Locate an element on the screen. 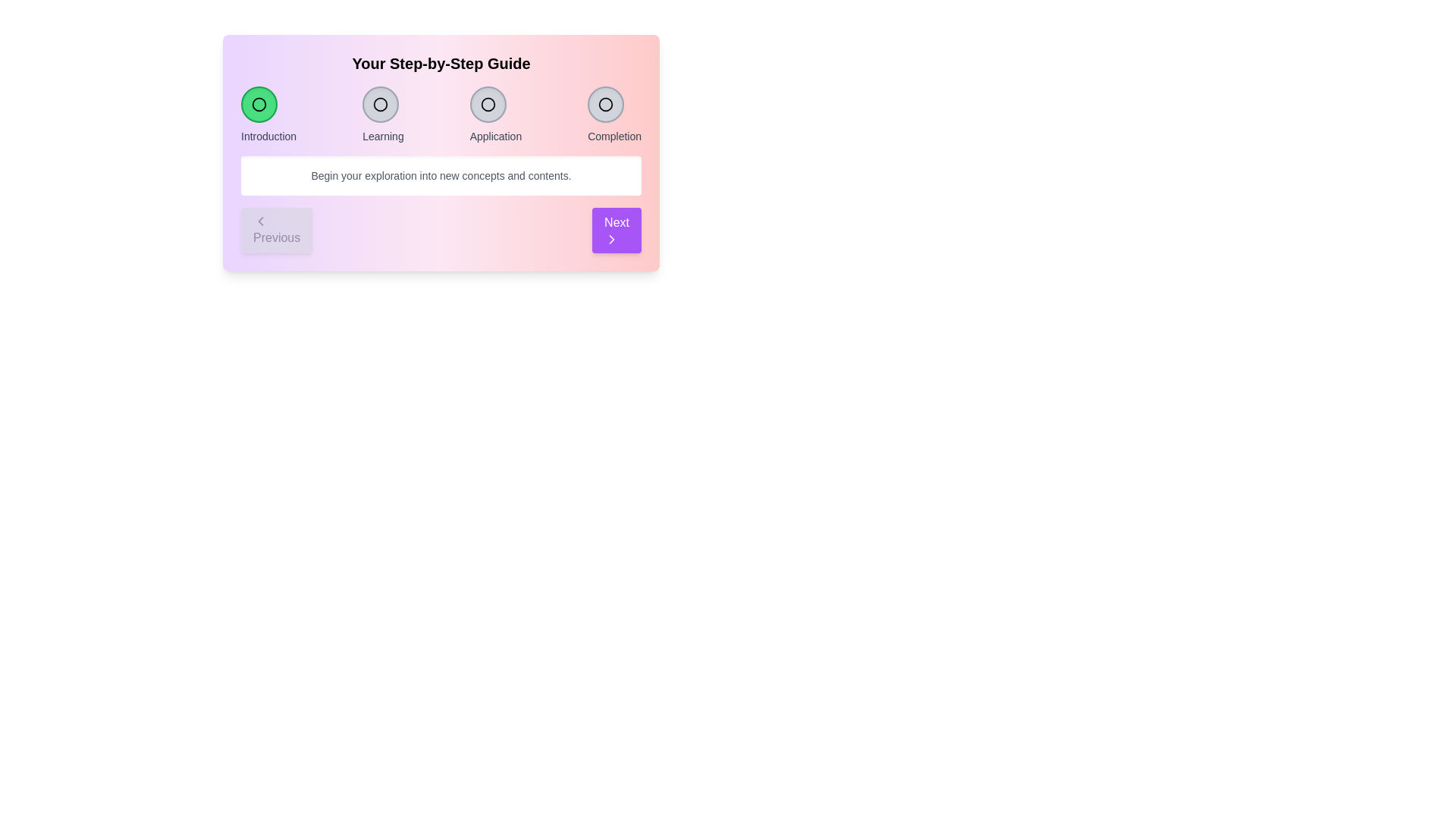 The width and height of the screenshot is (1456, 819). the navigation button located at the bottom right corner of the navigation options box to proceed to the next step in the guided process is located at coordinates (617, 231).